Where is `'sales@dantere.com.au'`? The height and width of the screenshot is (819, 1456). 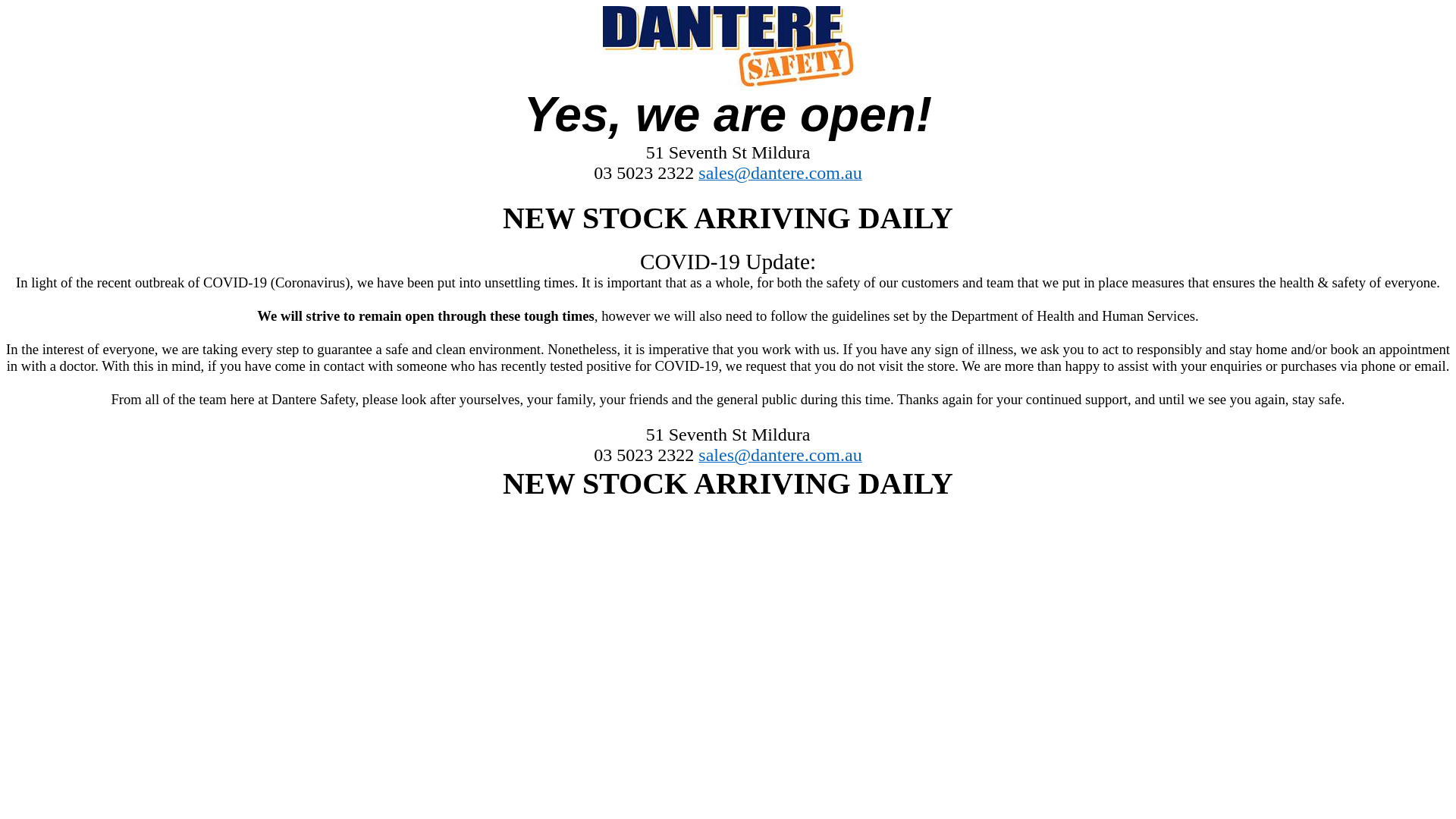
'sales@dantere.com.au' is located at coordinates (780, 174).